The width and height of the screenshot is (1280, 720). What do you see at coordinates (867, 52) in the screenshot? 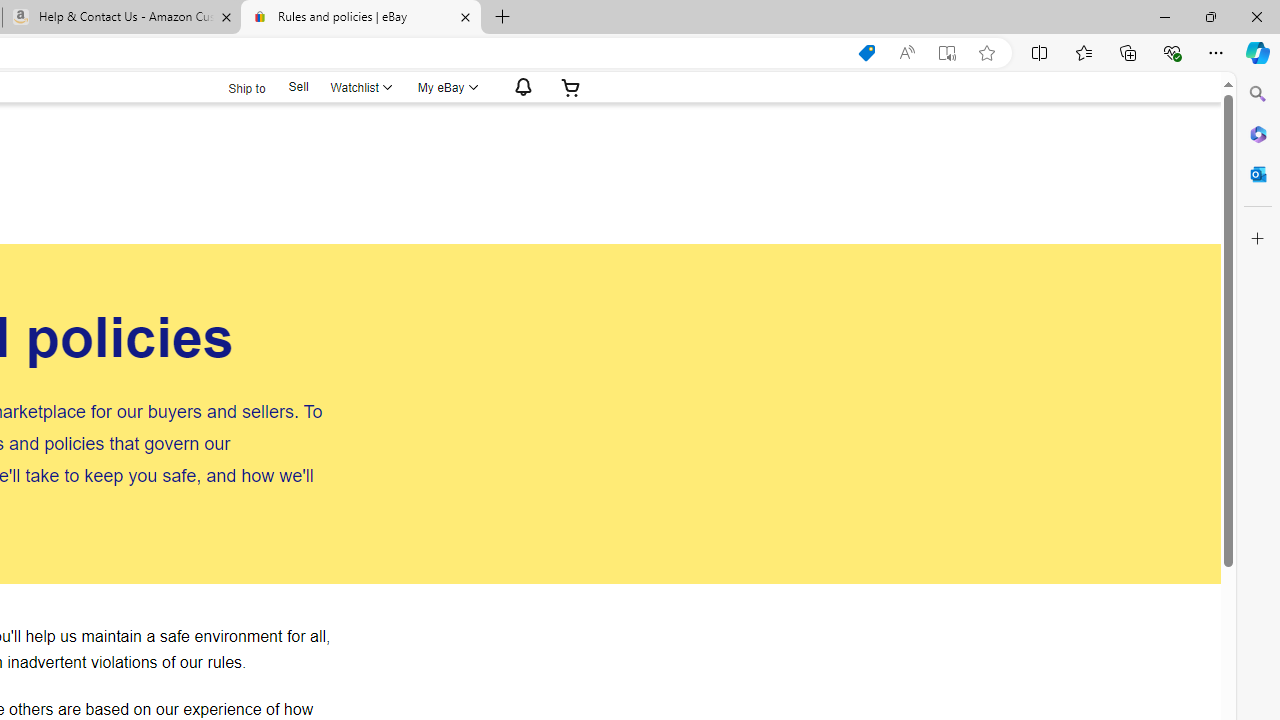
I see `'This site has coupons! Shopping in Microsoft Edge'` at bounding box center [867, 52].